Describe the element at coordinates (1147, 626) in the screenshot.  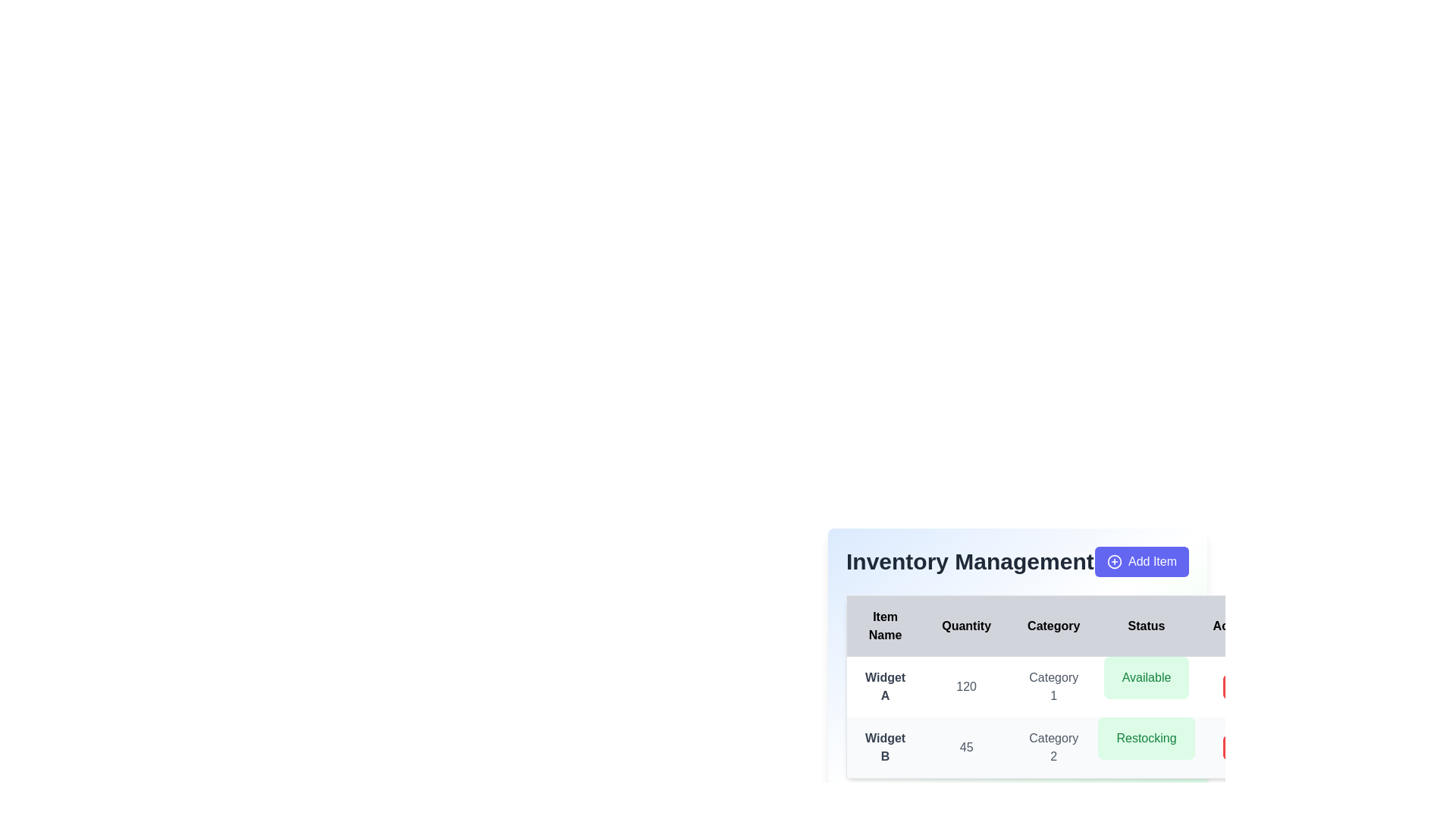
I see `the 'Status' text label, which is the fourth column header in the table located between the 'Category' and 'Actions' headers` at that location.